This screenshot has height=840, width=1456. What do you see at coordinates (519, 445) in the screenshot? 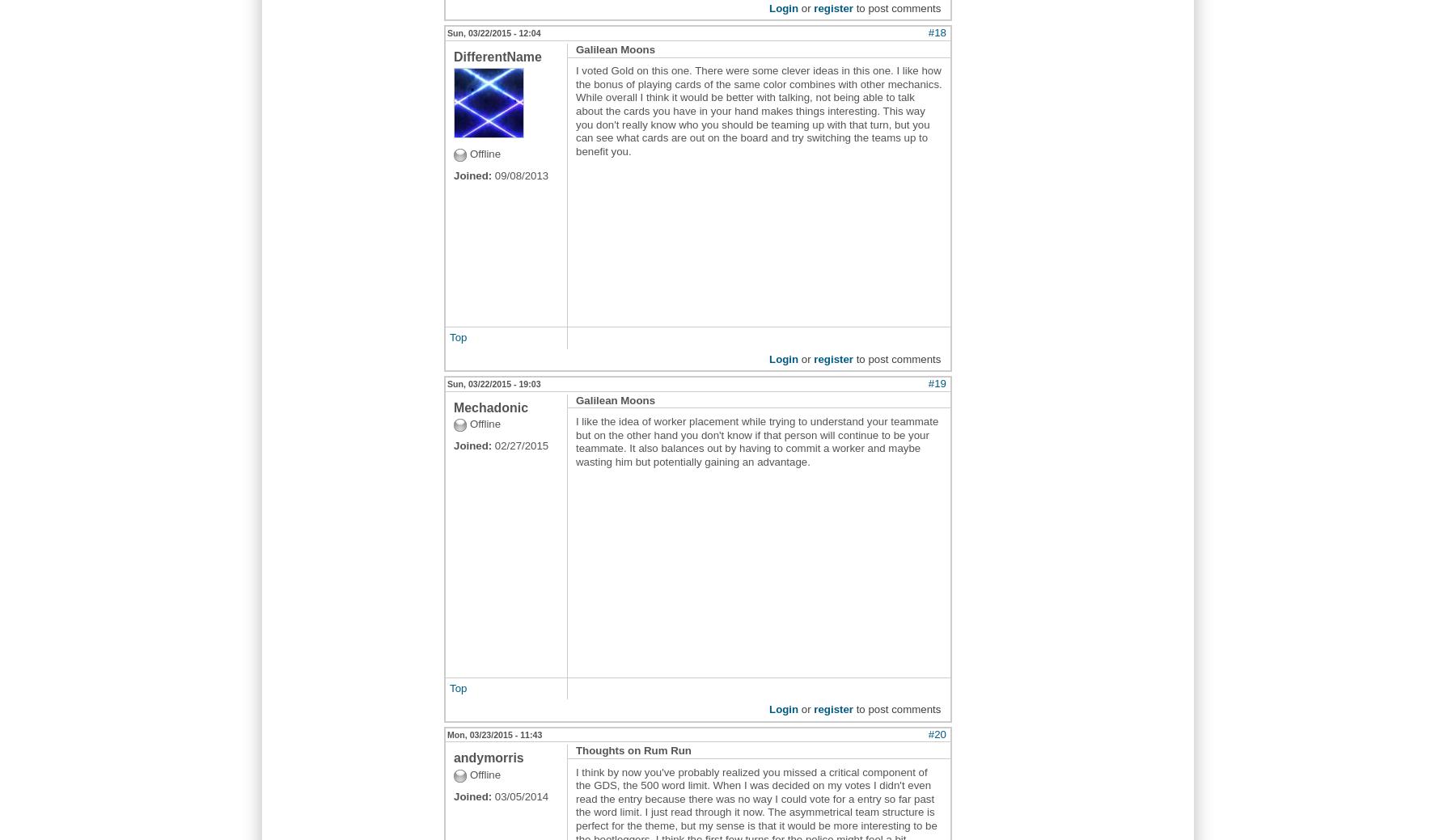
I see `'02/27/2015'` at bounding box center [519, 445].